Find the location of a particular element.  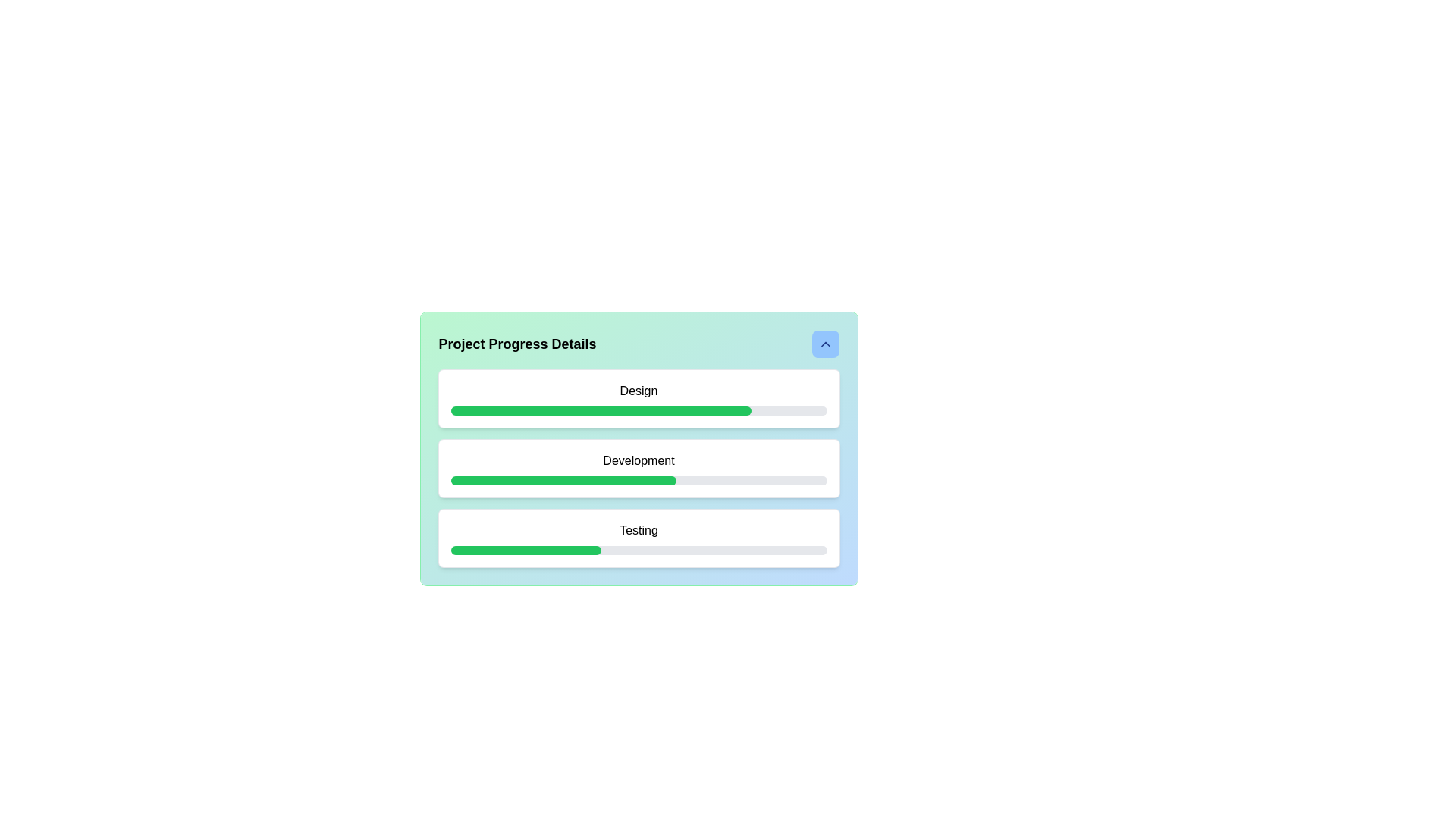

visual progress levels of the grouped informational component displaying progress for Design, Development, and Testing under the header 'Project Progress Details' is located at coordinates (639, 467).